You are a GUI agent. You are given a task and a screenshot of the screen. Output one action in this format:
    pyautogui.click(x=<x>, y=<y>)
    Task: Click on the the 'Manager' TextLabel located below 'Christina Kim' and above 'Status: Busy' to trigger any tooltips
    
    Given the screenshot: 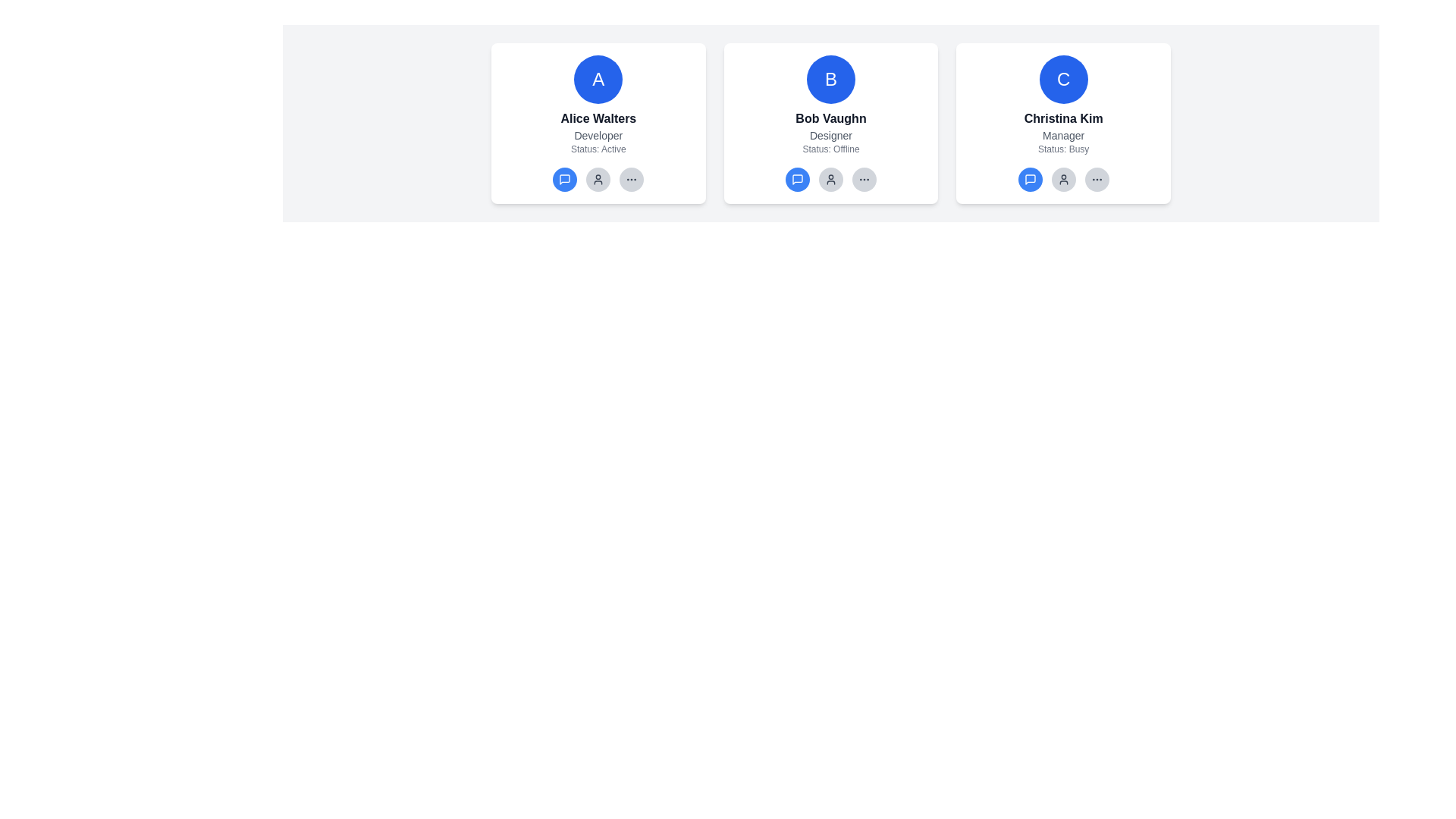 What is the action you would take?
    pyautogui.click(x=1062, y=134)
    